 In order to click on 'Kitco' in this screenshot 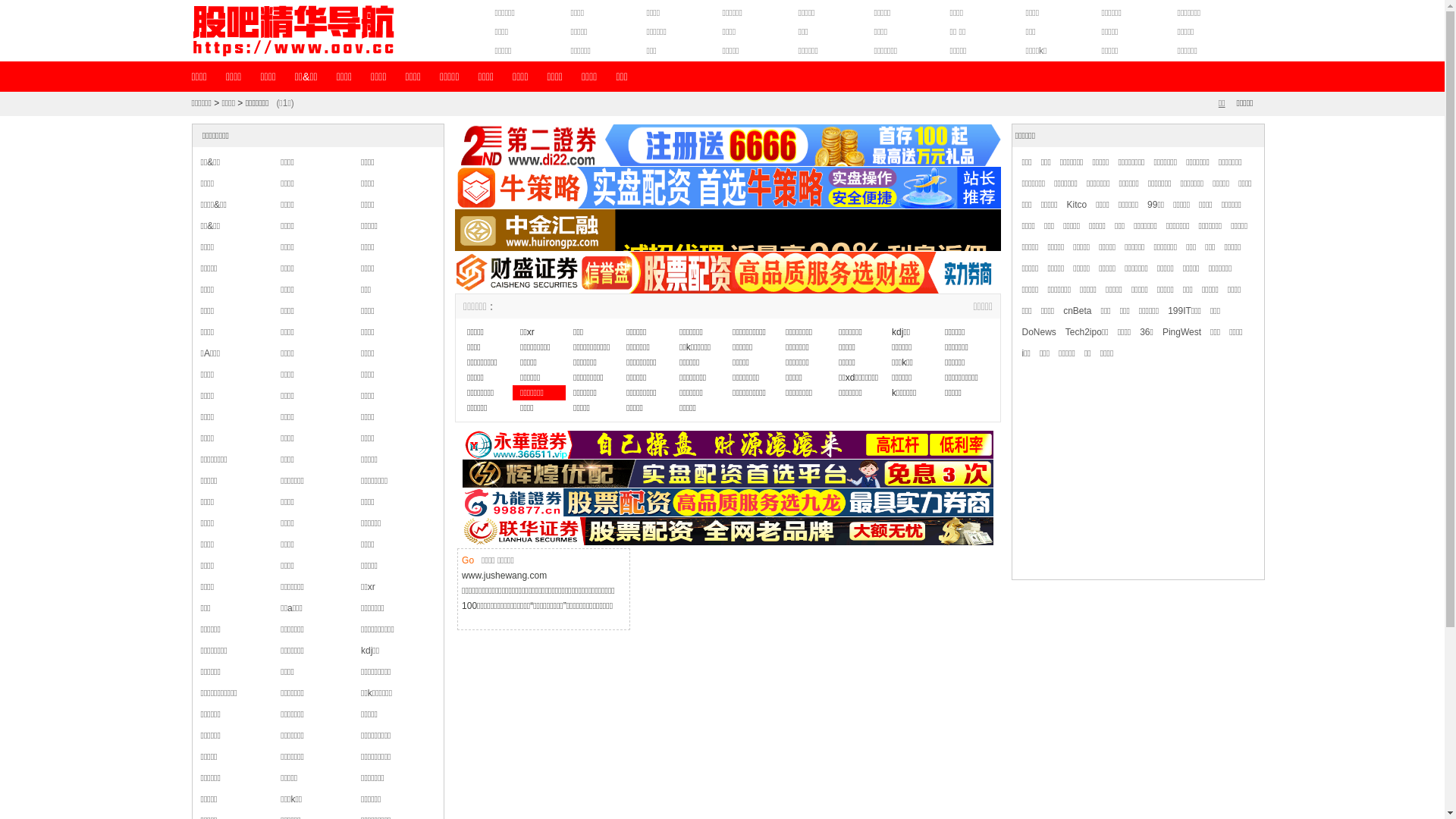, I will do `click(1076, 205)`.